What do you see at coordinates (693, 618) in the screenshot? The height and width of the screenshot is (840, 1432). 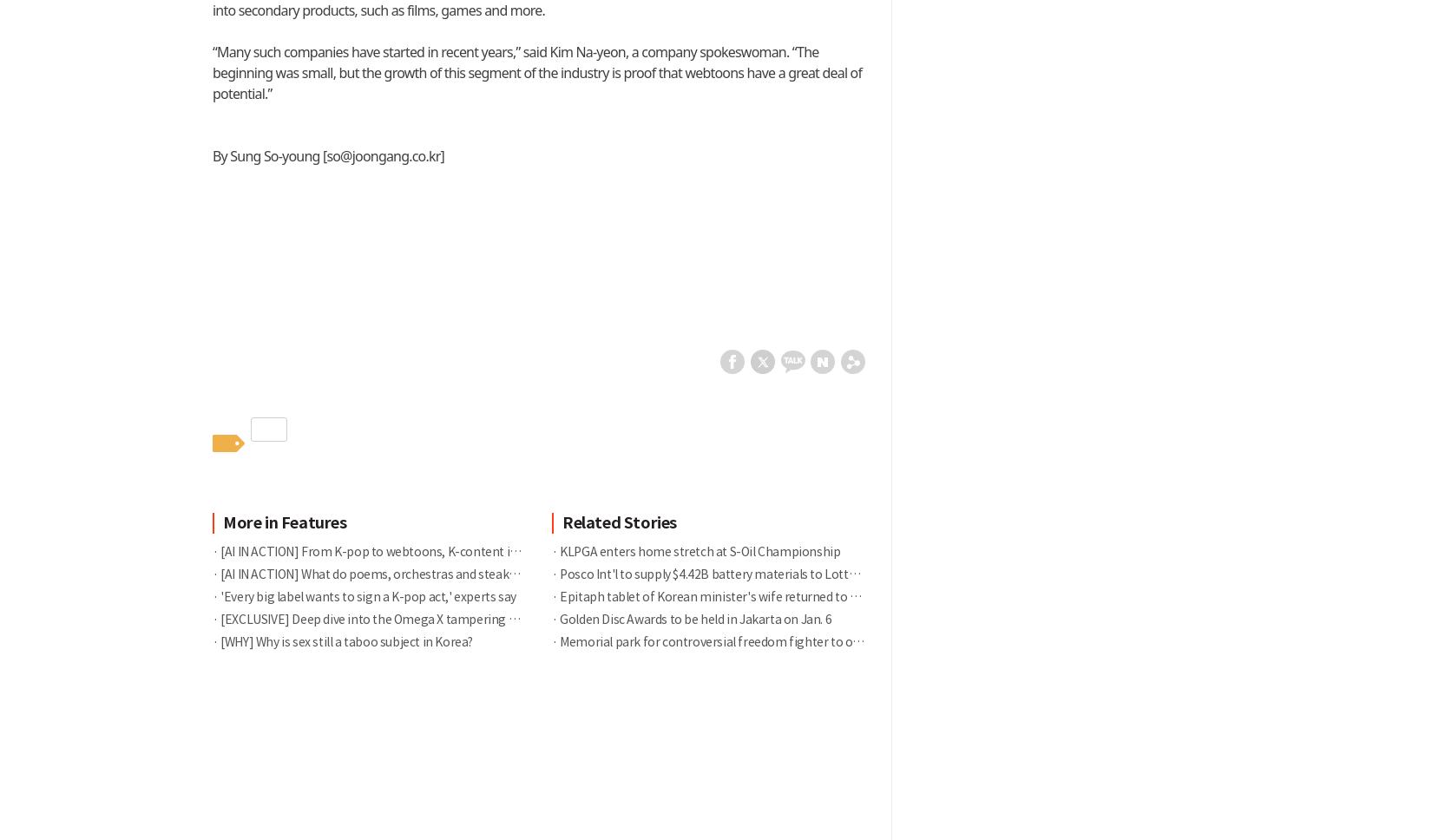 I see `'Golden Disc Awards to be held in Jakarta on Jan. 6'` at bounding box center [693, 618].